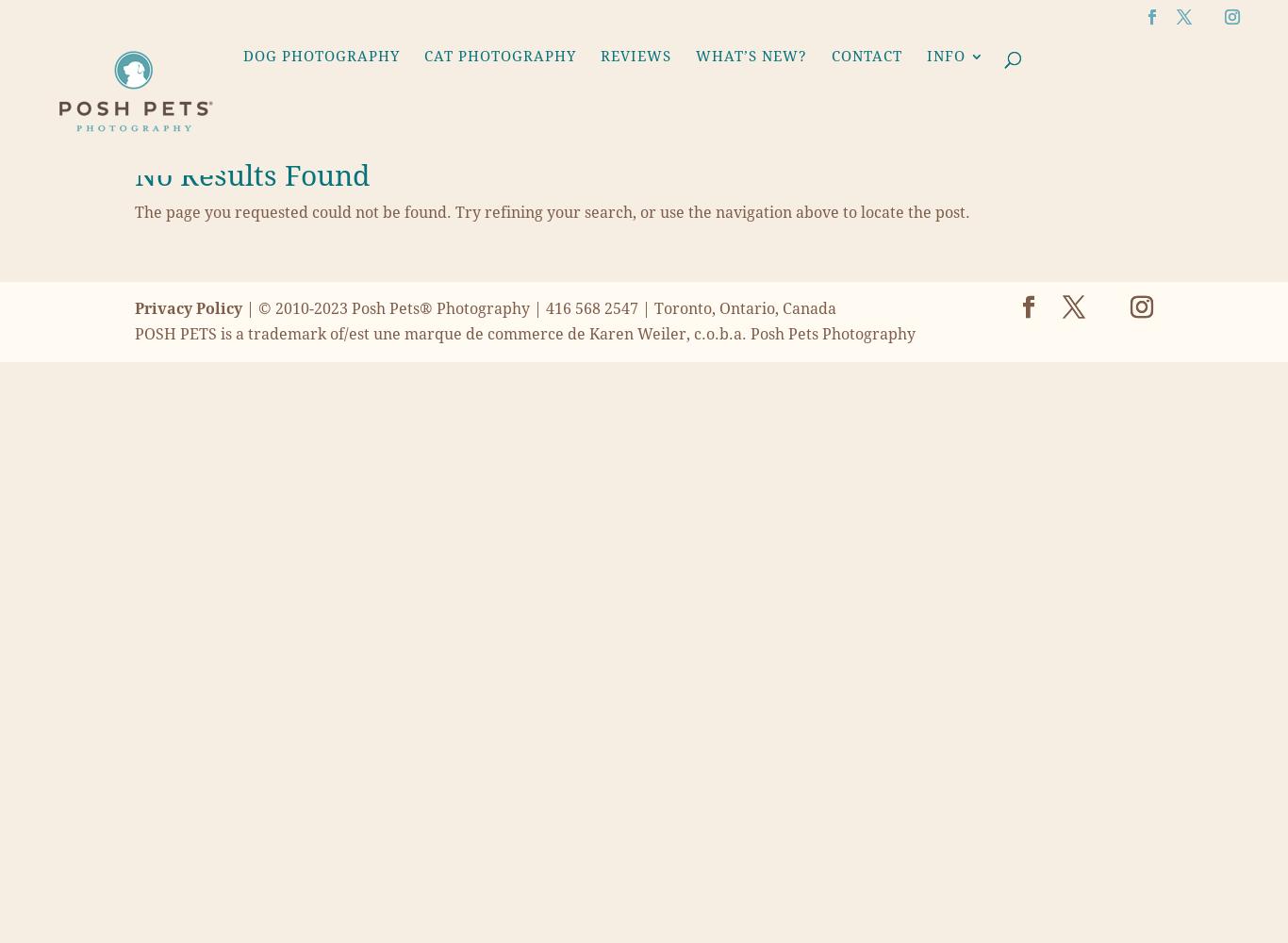 Image resolution: width=1288 pixels, height=943 pixels. I want to click on 'Contact', so click(867, 56).